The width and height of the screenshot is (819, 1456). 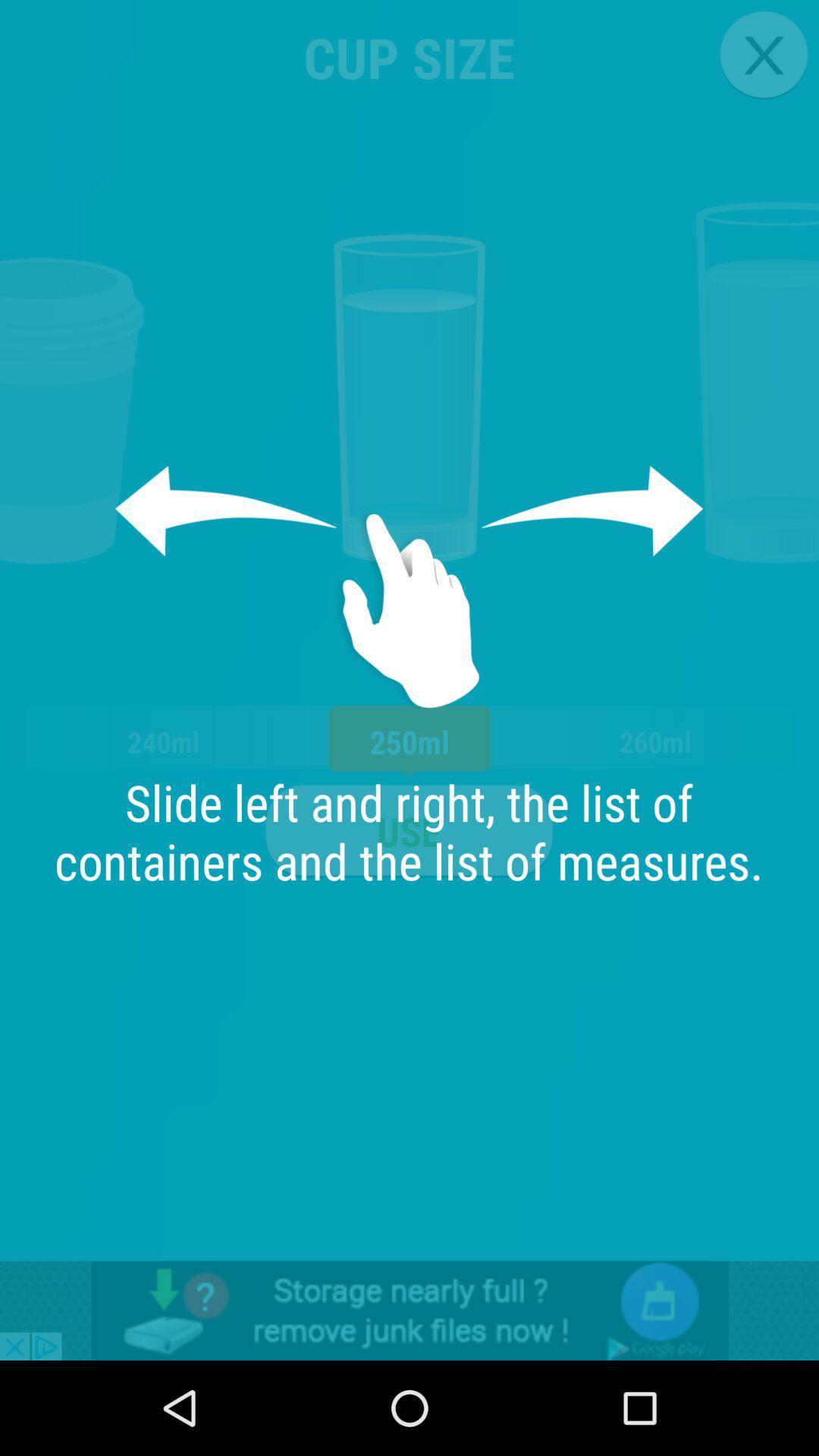 What do you see at coordinates (764, 55) in the screenshot?
I see `app next to the cup size app` at bounding box center [764, 55].